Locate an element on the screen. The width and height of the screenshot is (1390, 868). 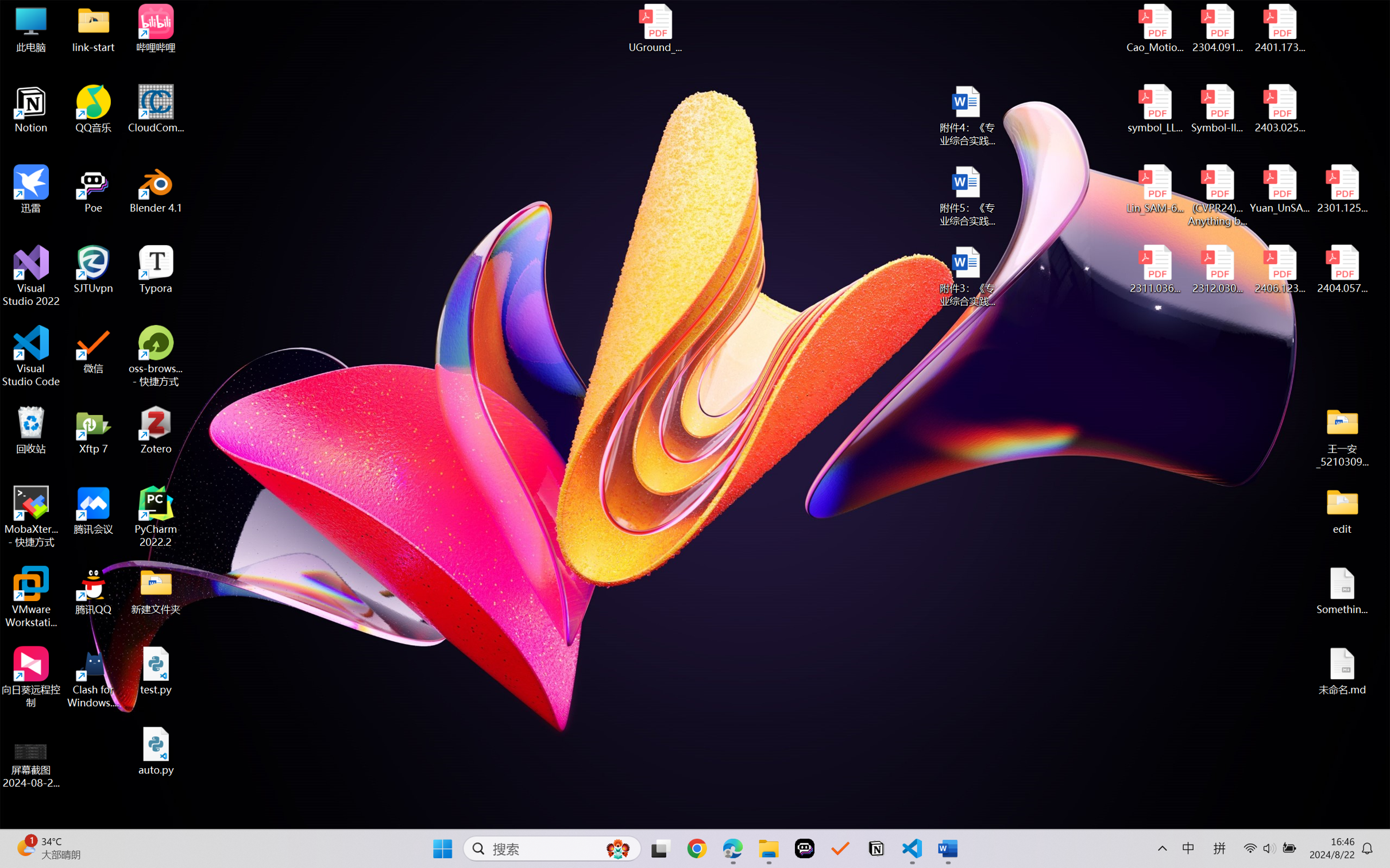
'VMware Workstation Pro' is located at coordinates (30, 597).